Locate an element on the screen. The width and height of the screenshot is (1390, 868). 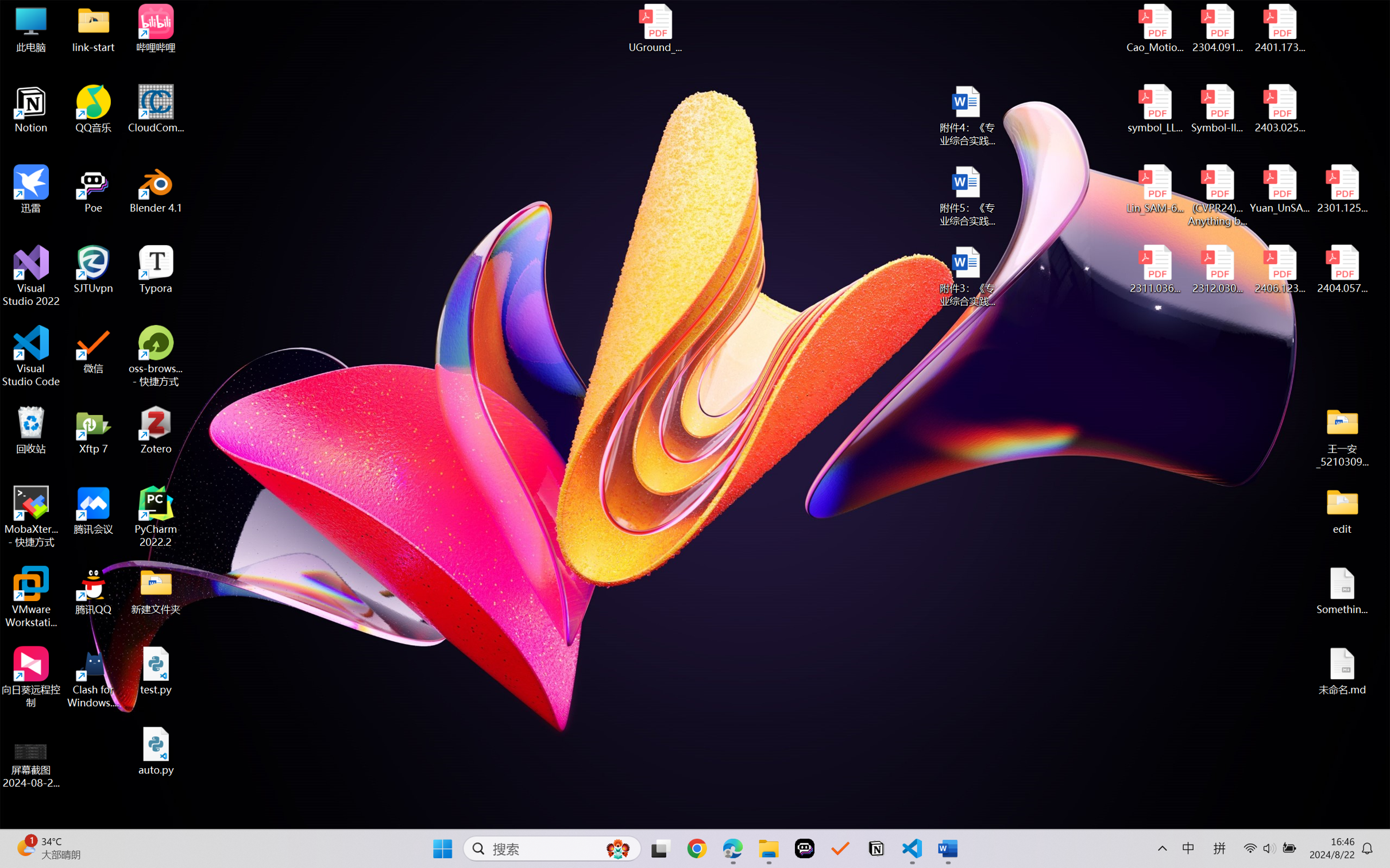
'VMware Workstation Pro' is located at coordinates (30, 597).